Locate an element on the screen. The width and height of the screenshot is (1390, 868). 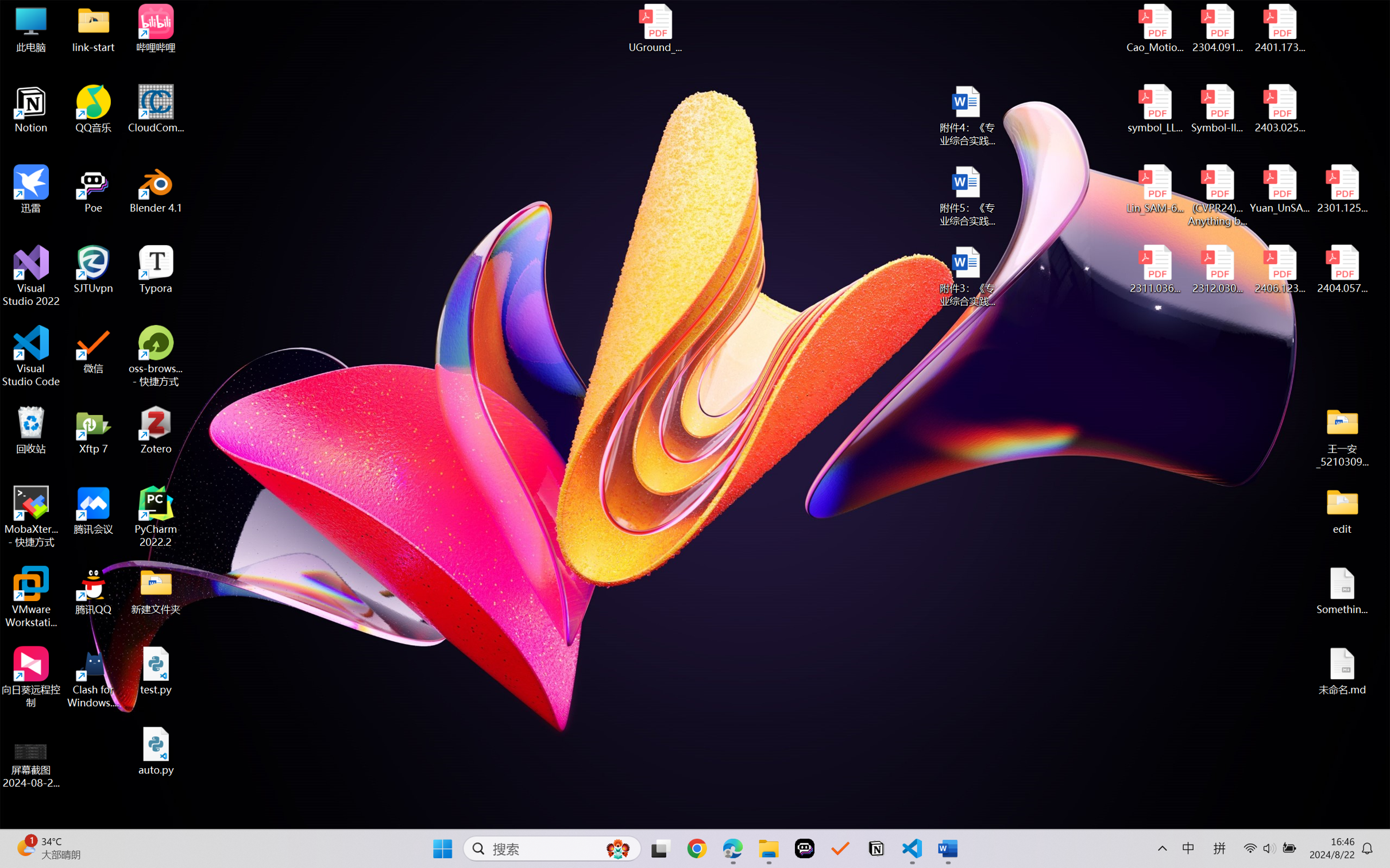
'VMware Workstation Pro' is located at coordinates (30, 597).